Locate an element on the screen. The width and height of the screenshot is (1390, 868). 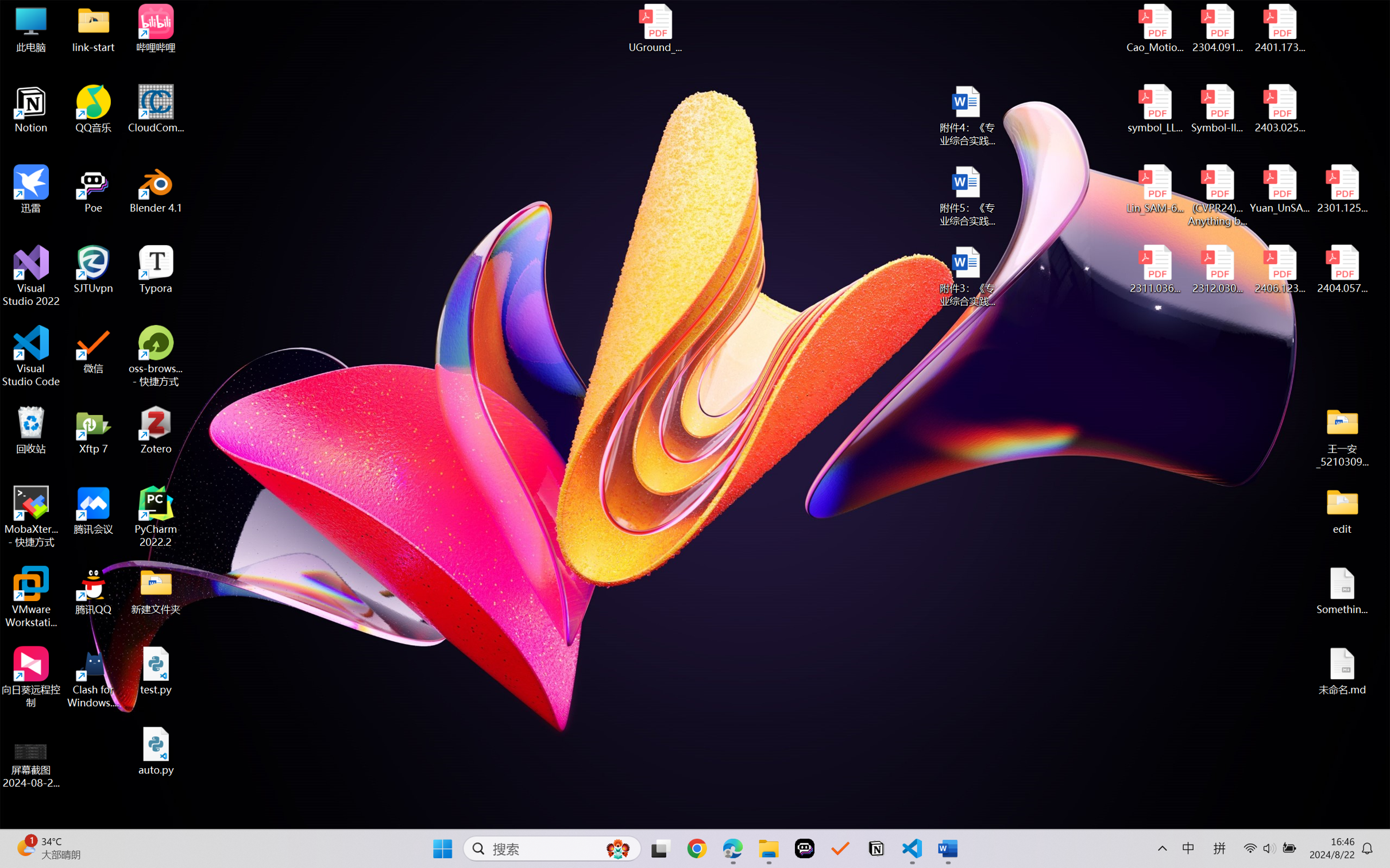
'VMware Workstation Pro' is located at coordinates (30, 597).